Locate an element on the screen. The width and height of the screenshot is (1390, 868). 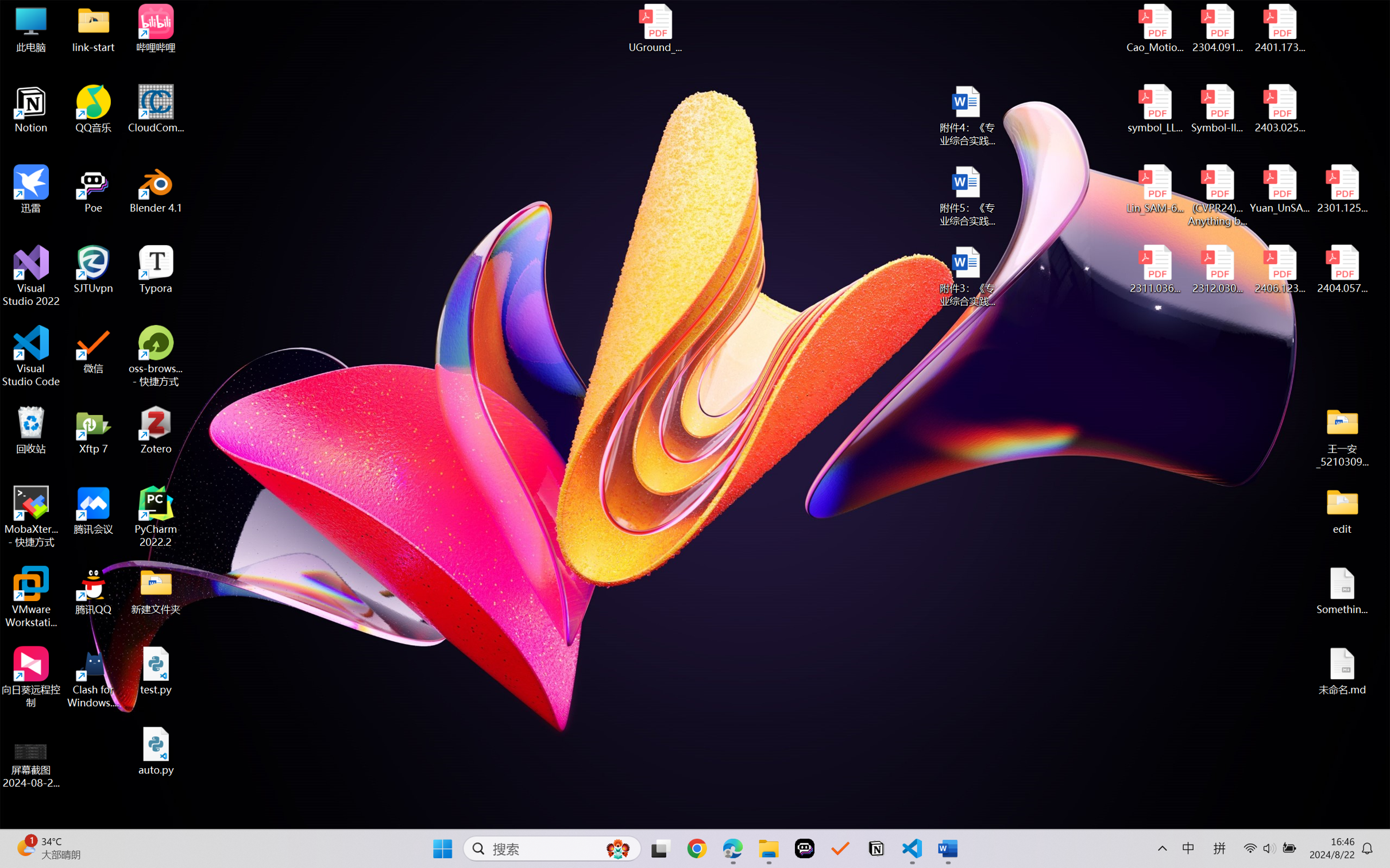
'VMware Workstation Pro' is located at coordinates (30, 597).